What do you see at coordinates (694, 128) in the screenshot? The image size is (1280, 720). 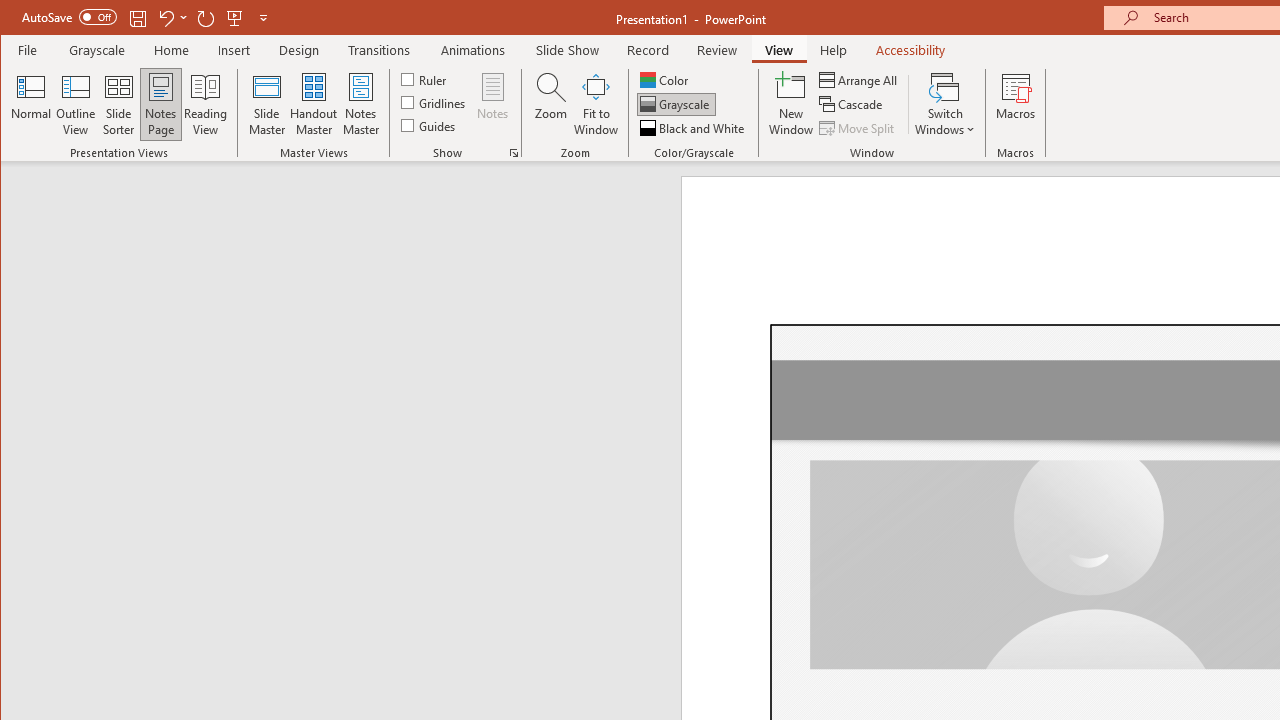 I see `'Black and White'` at bounding box center [694, 128].